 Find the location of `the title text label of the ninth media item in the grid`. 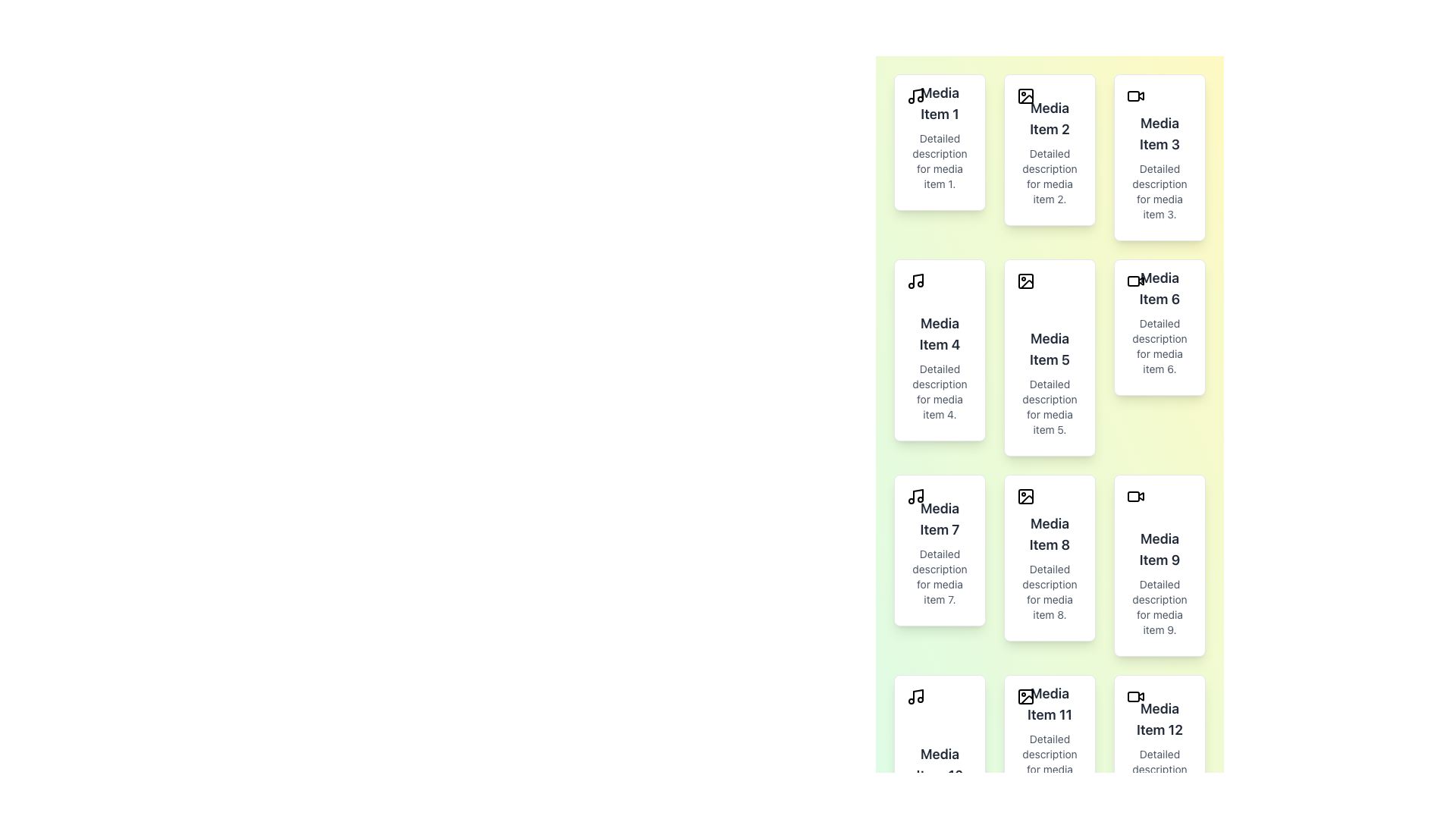

the title text label of the ninth media item in the grid is located at coordinates (1159, 550).